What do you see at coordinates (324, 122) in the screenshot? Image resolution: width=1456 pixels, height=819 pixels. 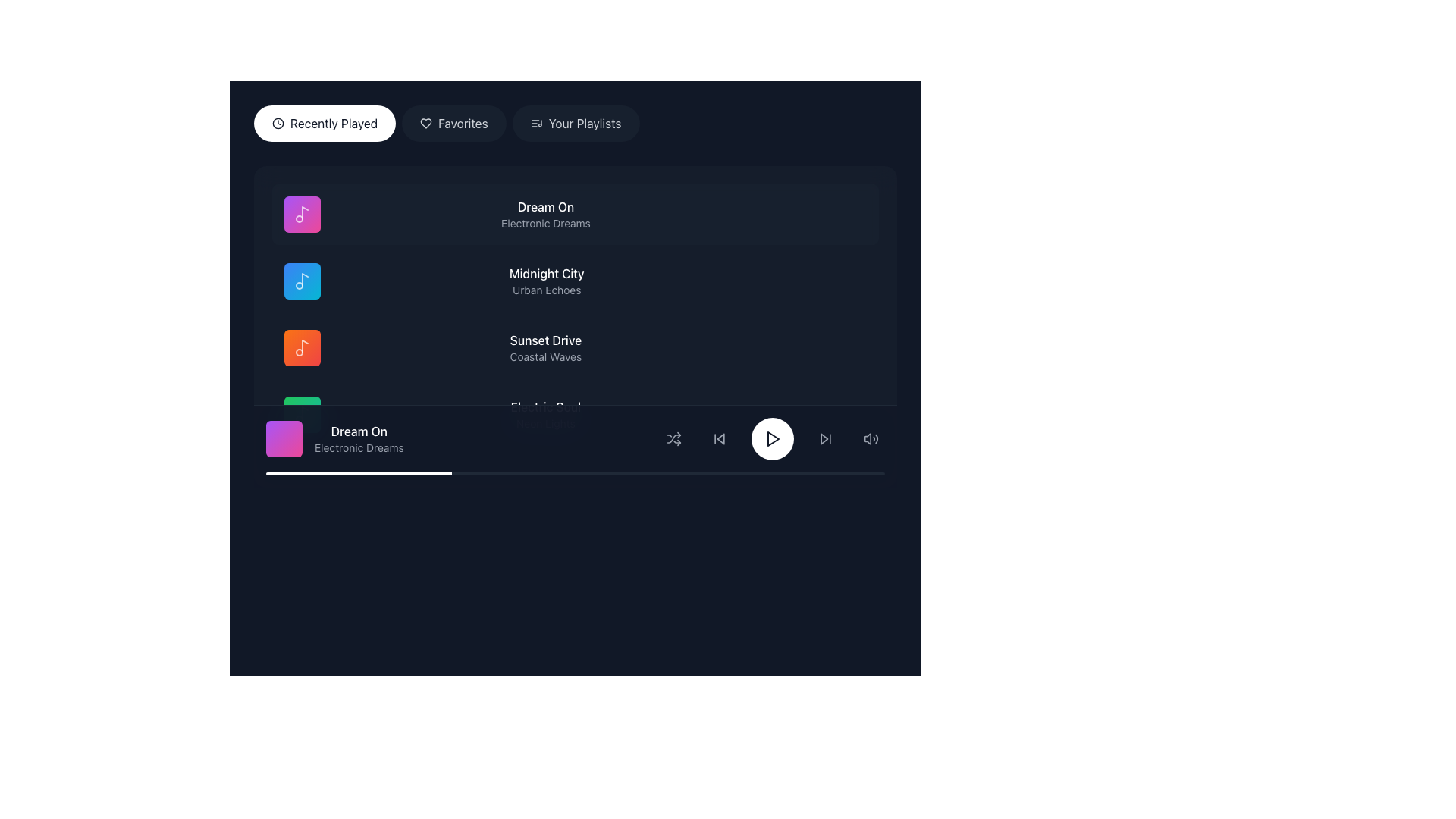 I see `the 'Recently Played' button, which is a rounded rectangular button with a white background and gray text` at bounding box center [324, 122].